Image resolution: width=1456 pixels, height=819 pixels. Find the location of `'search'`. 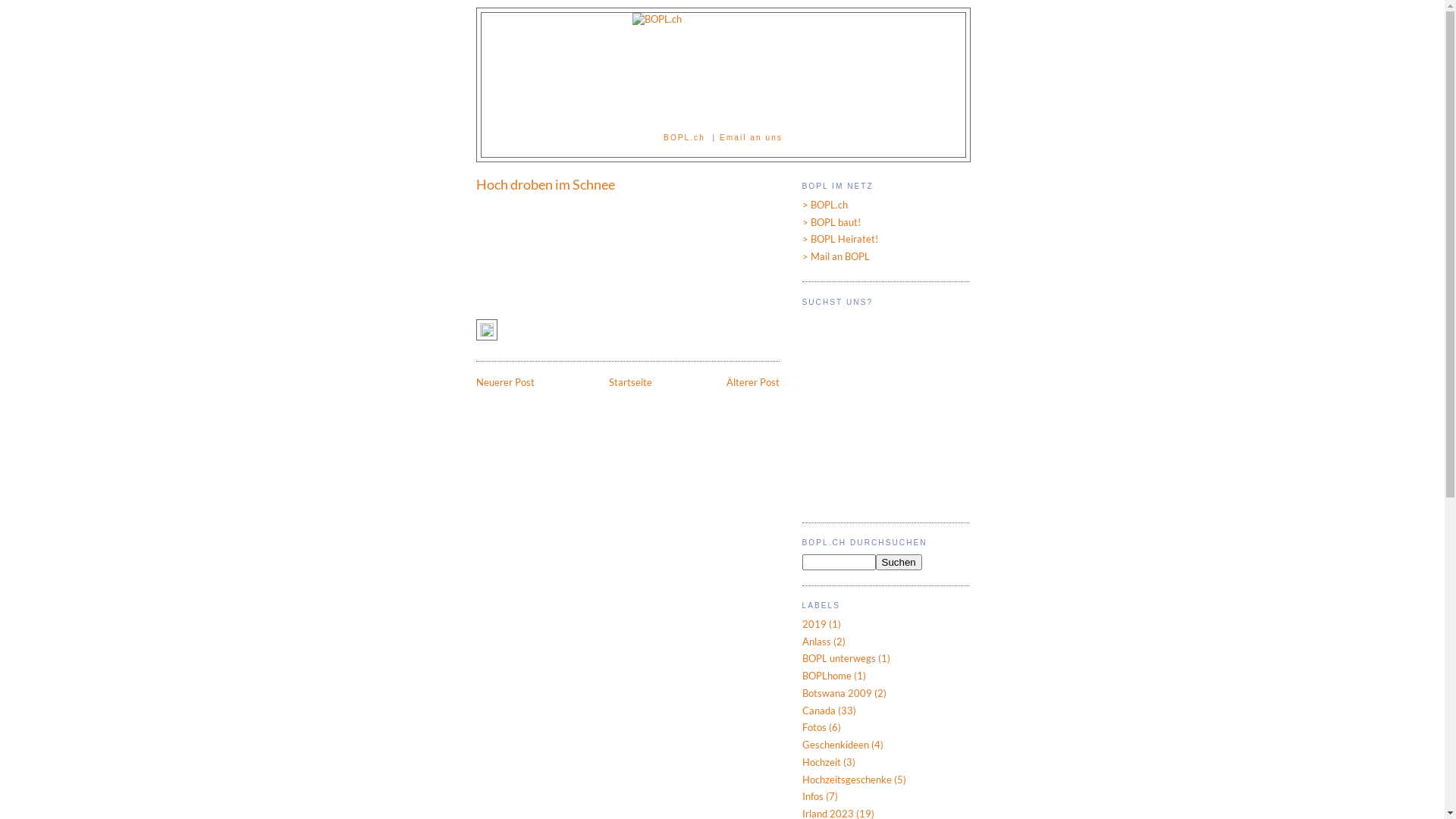

'search' is located at coordinates (898, 562).